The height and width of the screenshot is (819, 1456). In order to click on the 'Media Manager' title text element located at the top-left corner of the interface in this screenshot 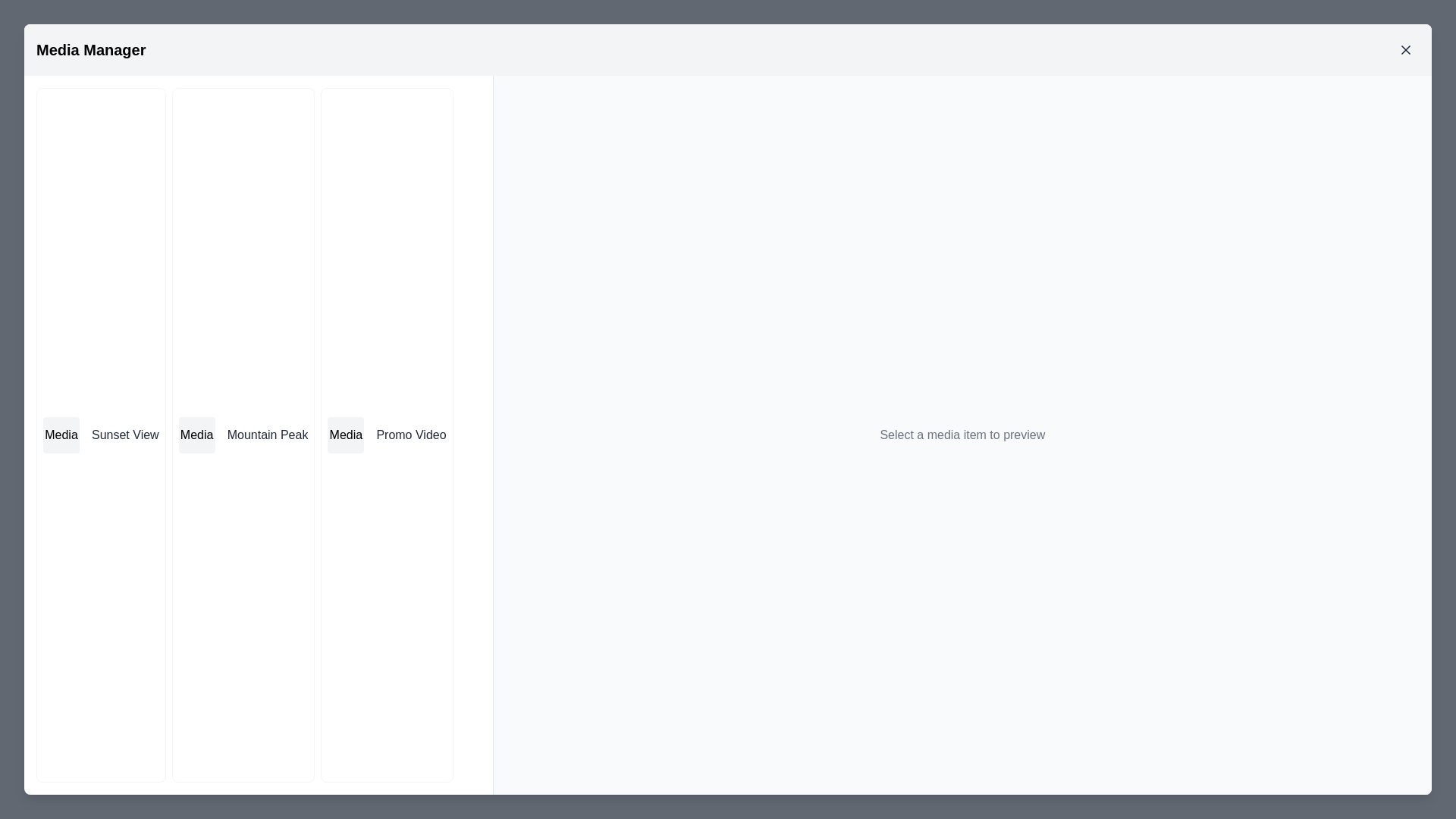, I will do `click(90, 49)`.